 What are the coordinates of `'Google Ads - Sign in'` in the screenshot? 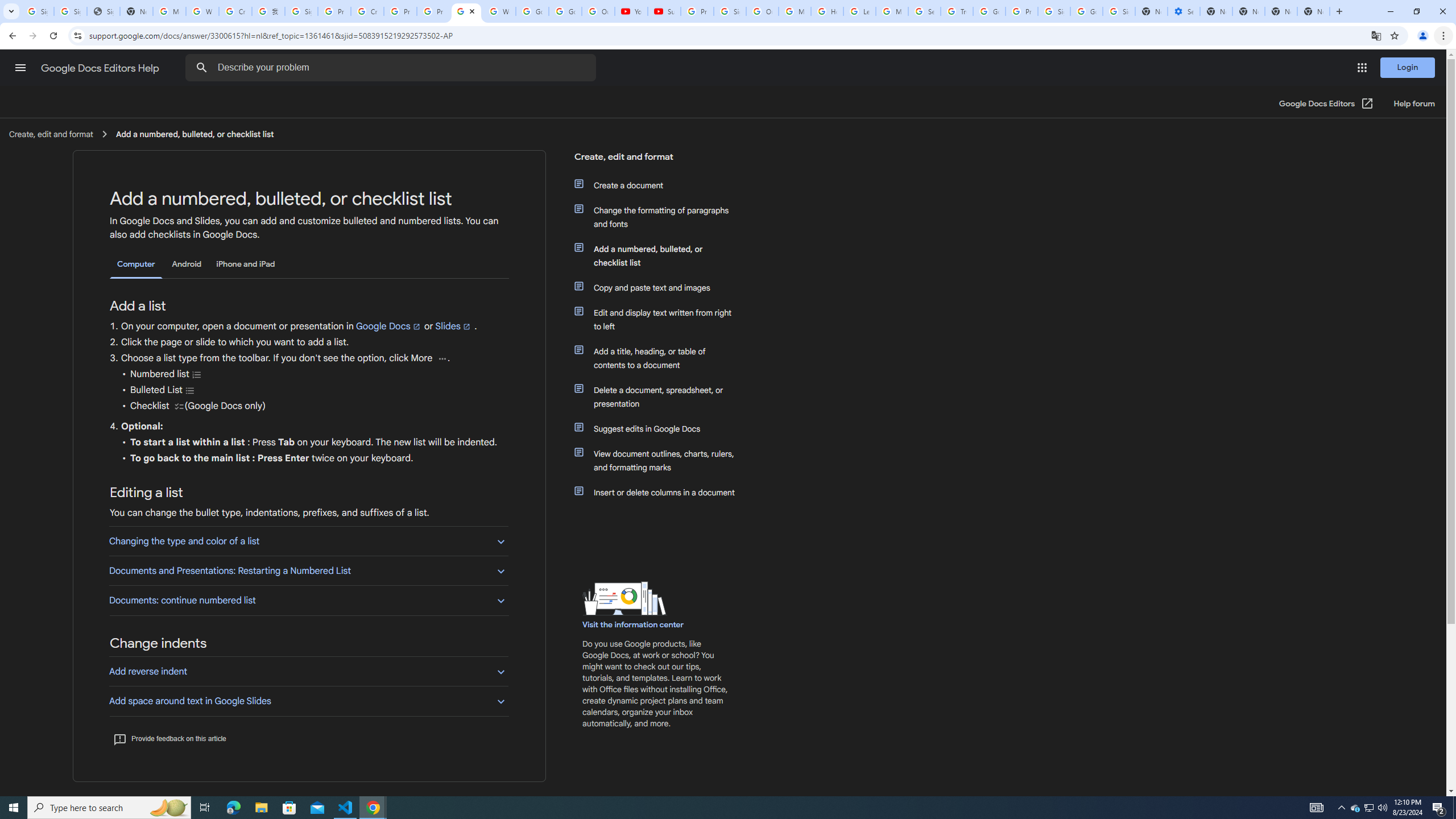 It's located at (988, 11).